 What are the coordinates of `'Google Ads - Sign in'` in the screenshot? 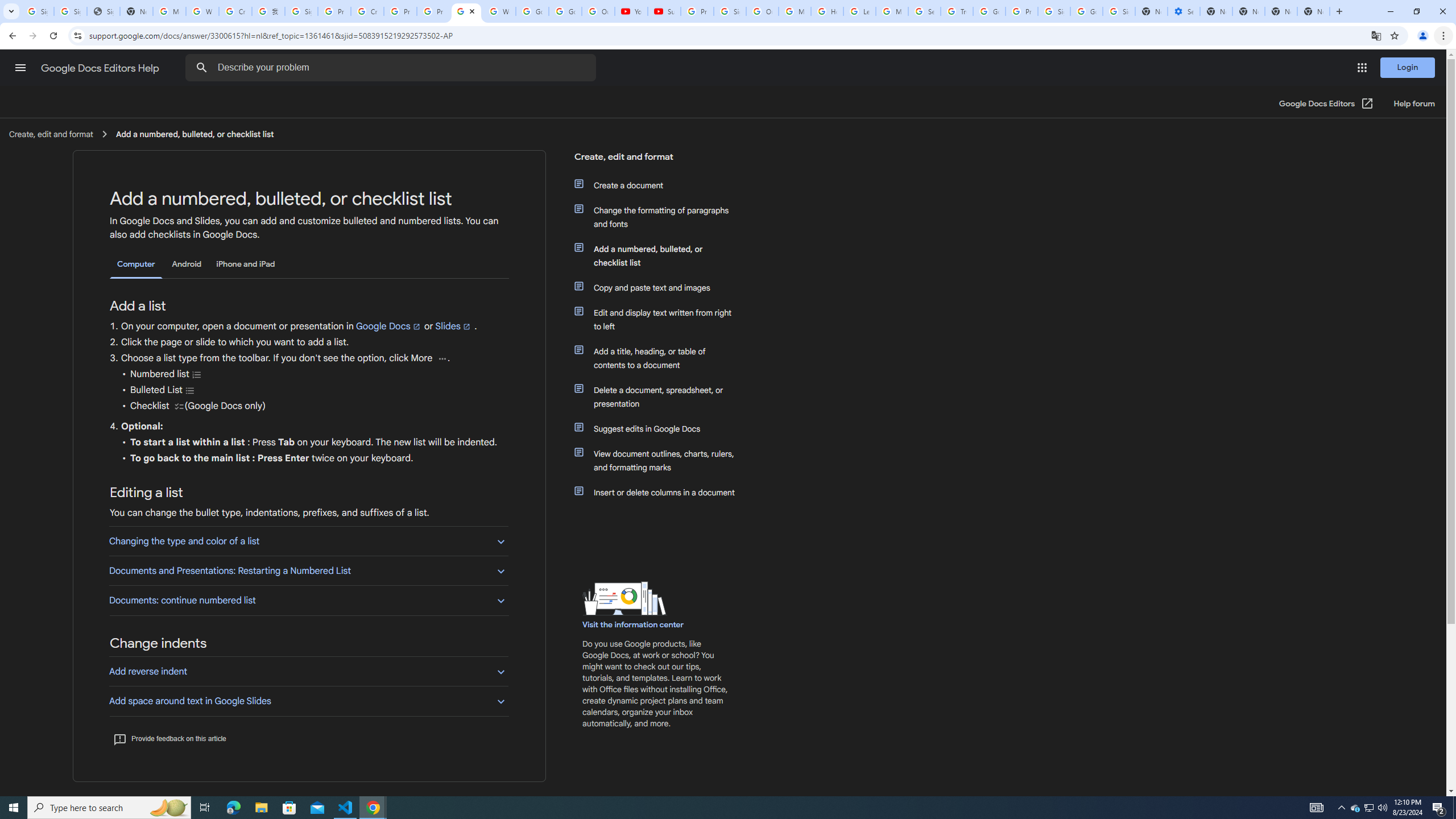 It's located at (988, 11).